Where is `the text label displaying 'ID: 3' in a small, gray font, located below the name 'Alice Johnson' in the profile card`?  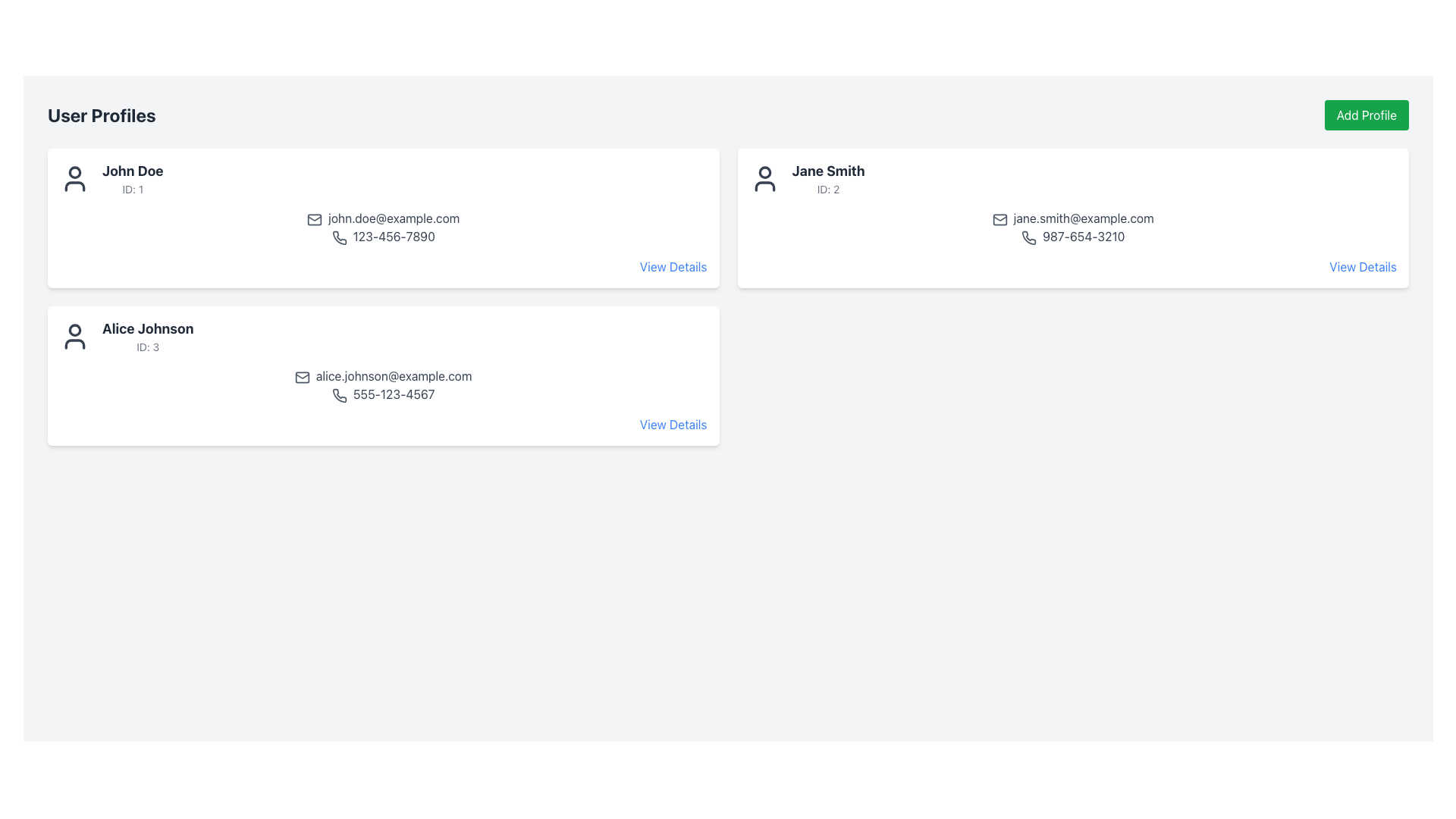 the text label displaying 'ID: 3' in a small, gray font, located below the name 'Alice Johnson' in the profile card is located at coordinates (148, 347).